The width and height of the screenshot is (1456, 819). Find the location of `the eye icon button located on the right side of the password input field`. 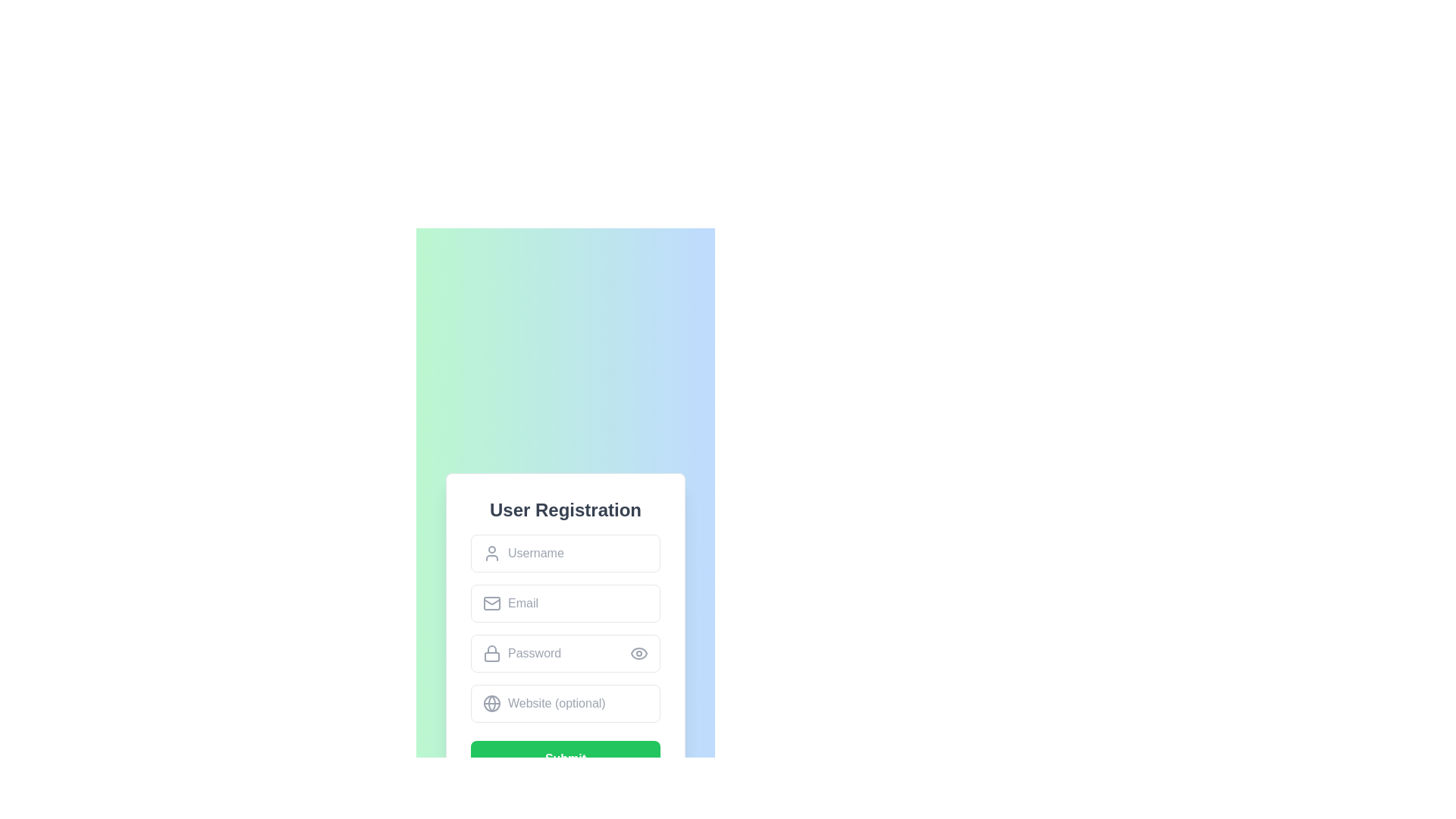

the eye icon button located on the right side of the password input field is located at coordinates (639, 652).